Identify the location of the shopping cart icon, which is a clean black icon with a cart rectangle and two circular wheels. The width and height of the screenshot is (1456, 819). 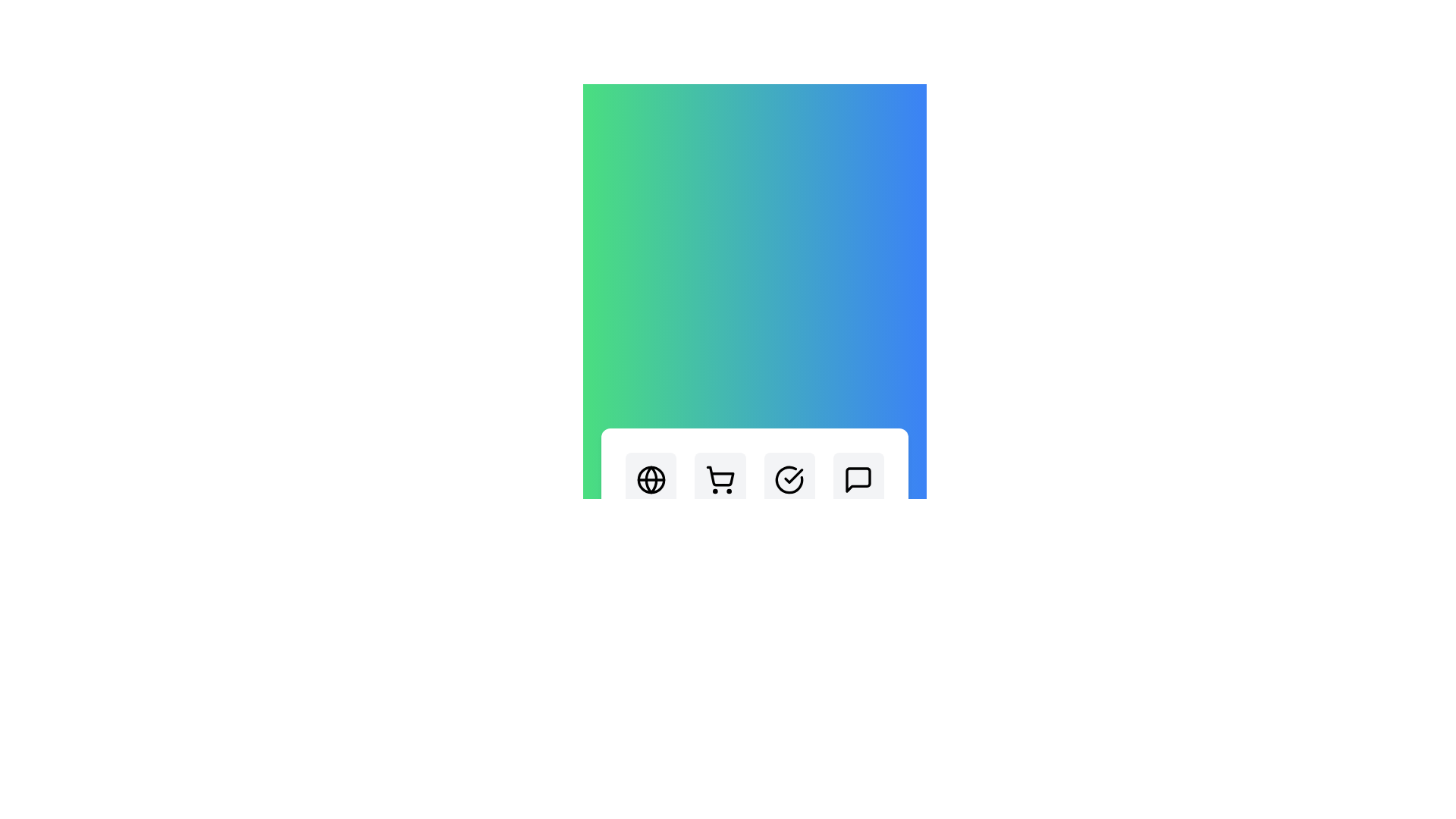
(719, 479).